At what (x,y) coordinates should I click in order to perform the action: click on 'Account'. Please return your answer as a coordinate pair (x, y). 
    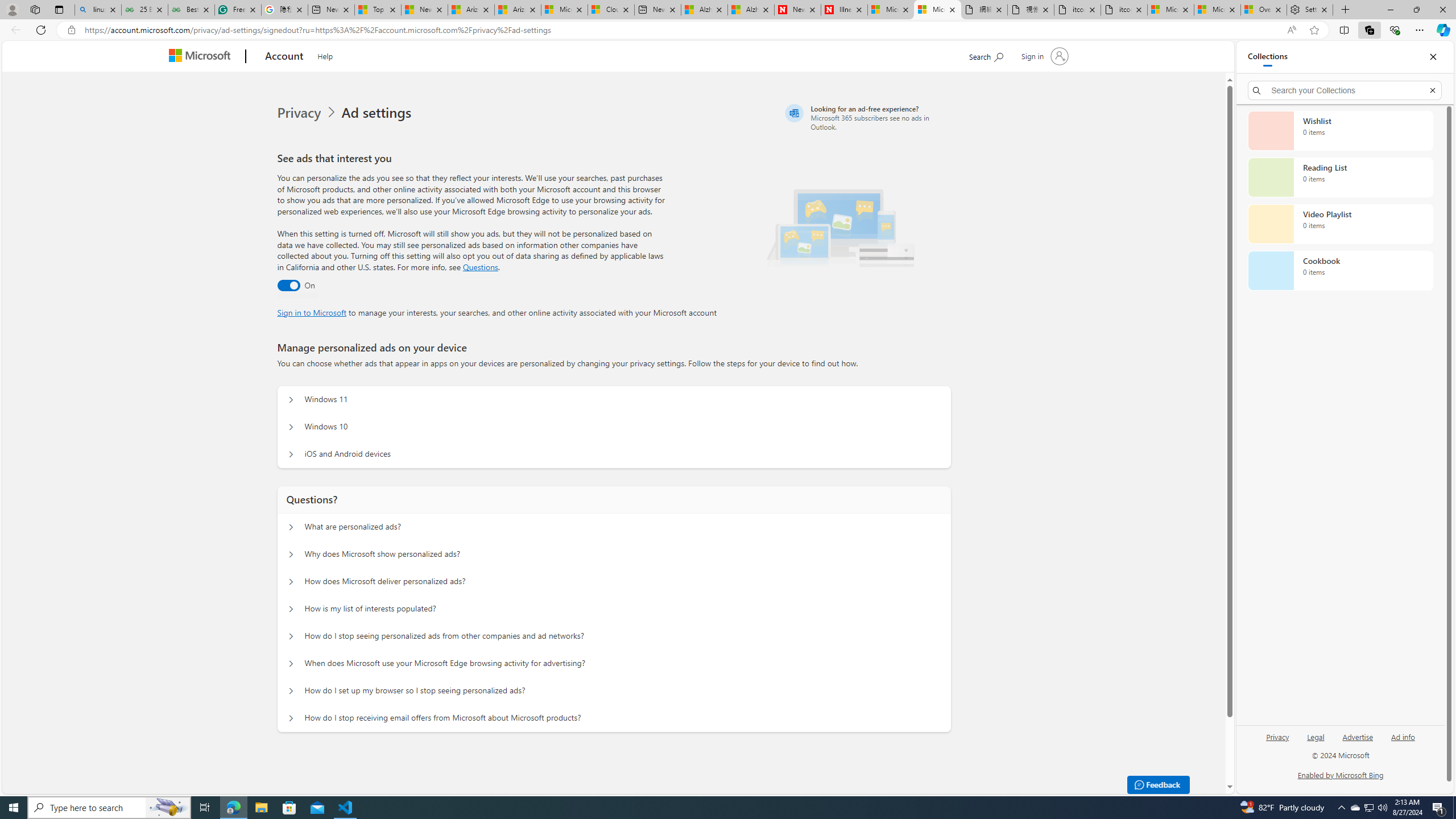
    Looking at the image, I should click on (283, 56).